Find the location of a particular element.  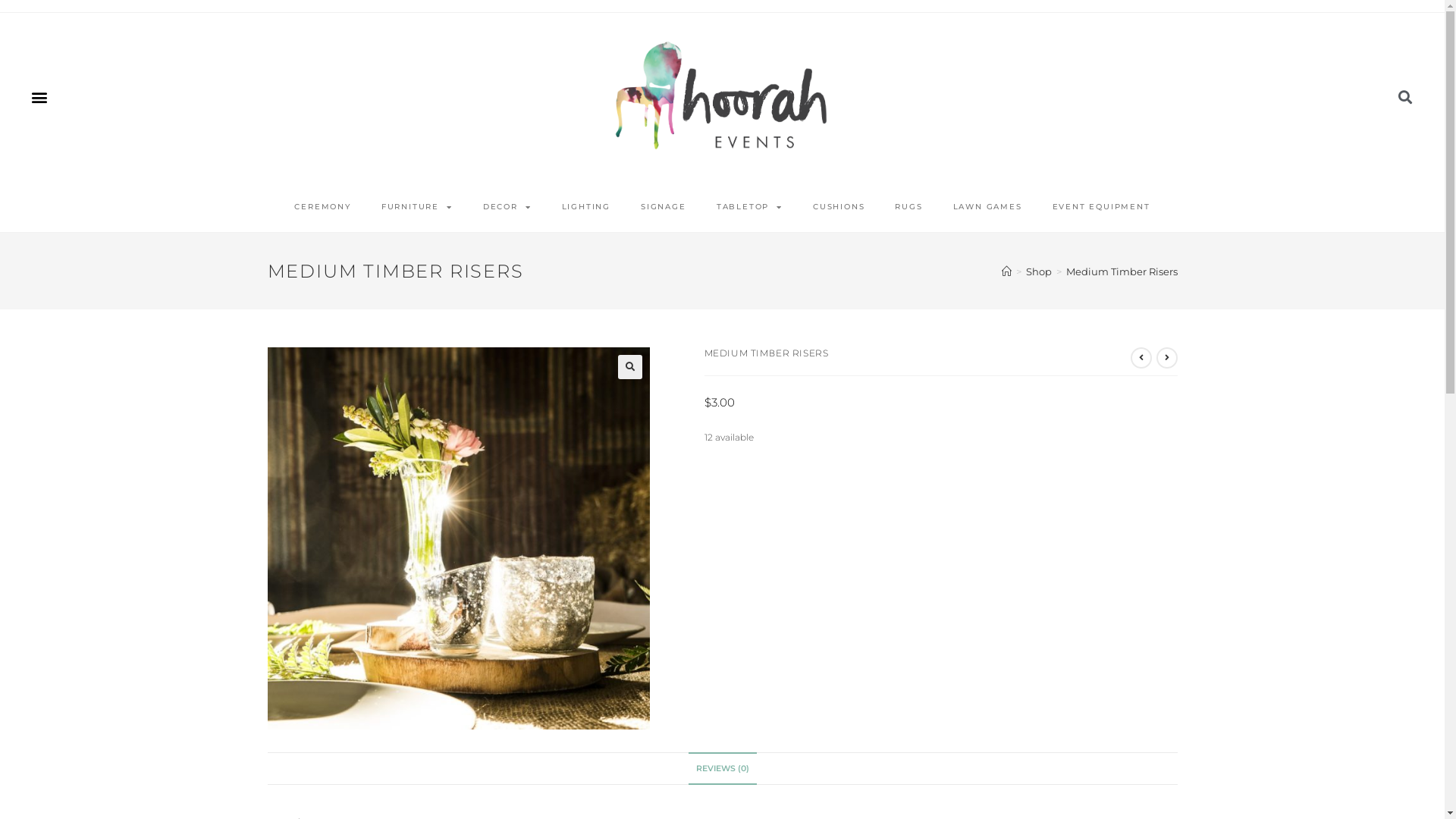

'FURNITURE' is located at coordinates (366, 207).